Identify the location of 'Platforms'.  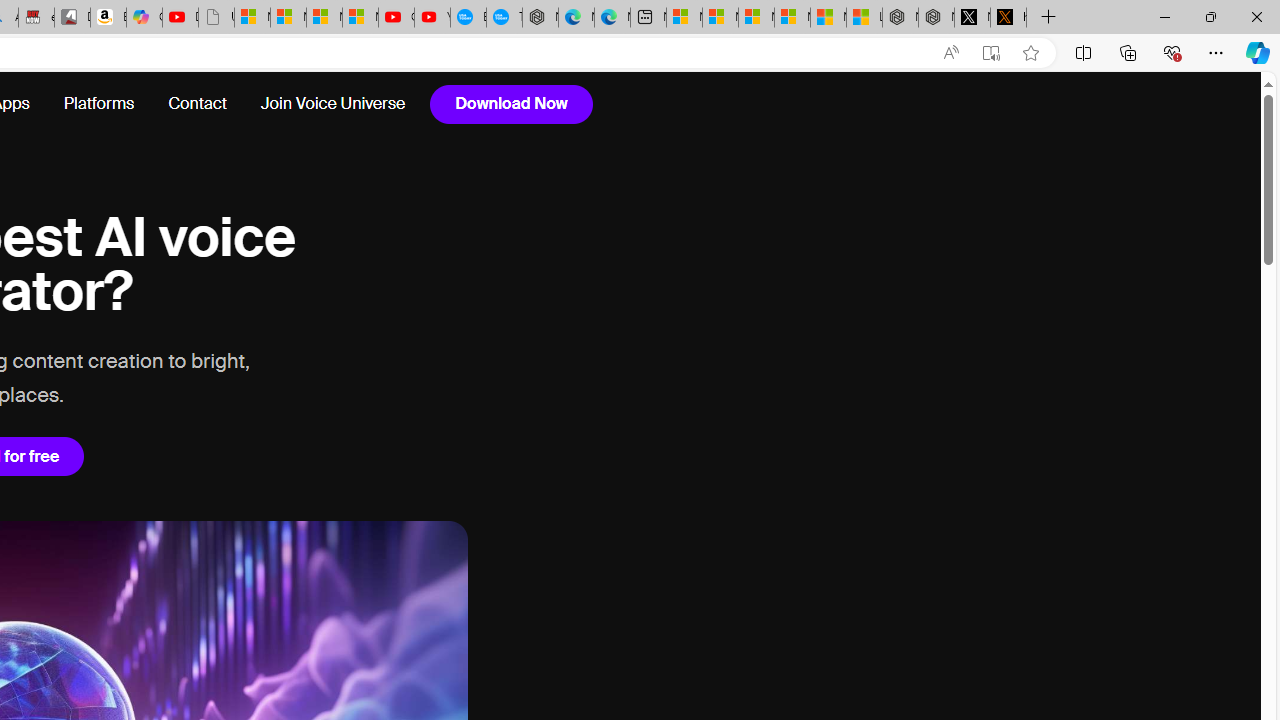
(97, 104).